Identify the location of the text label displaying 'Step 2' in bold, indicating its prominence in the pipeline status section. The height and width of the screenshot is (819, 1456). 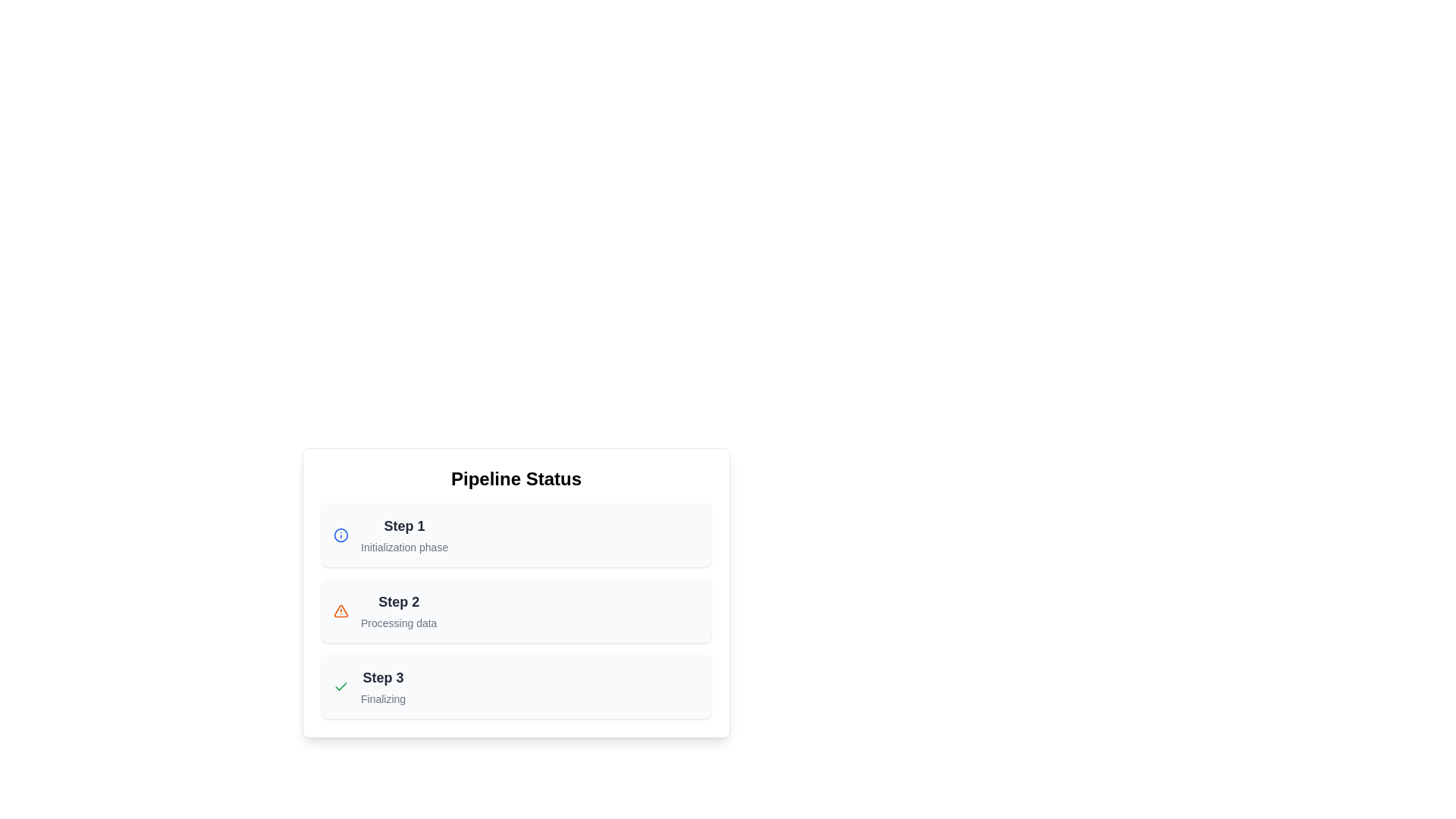
(399, 601).